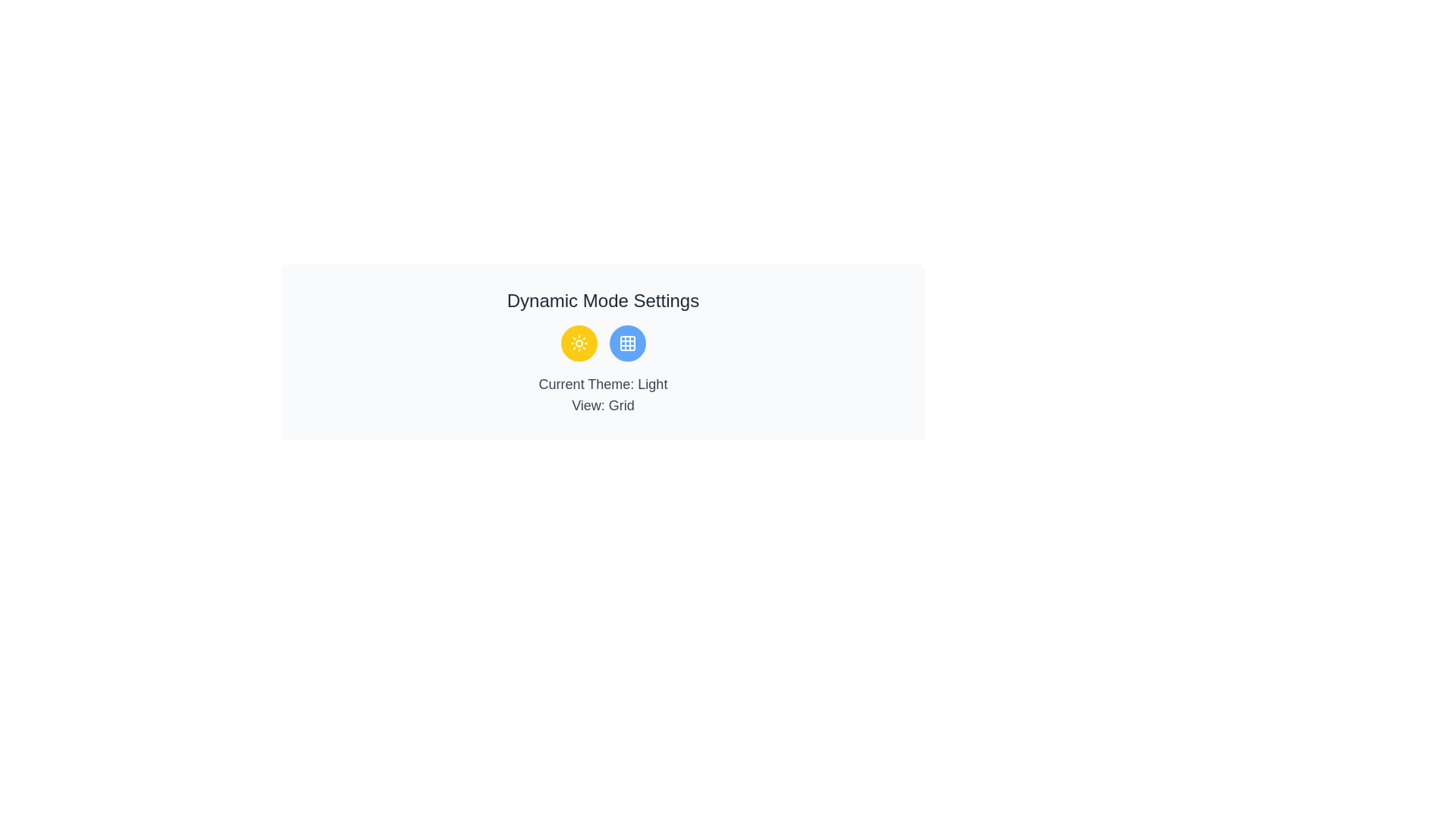 This screenshot has width=1456, height=819. What do you see at coordinates (627, 343) in the screenshot?
I see `the blue rectangular component with rounded corners located in the top-left corner of the grid icon, which is positioned to the right of the theme selector icon and below the 'Dynamic Mode Settings' text` at bounding box center [627, 343].